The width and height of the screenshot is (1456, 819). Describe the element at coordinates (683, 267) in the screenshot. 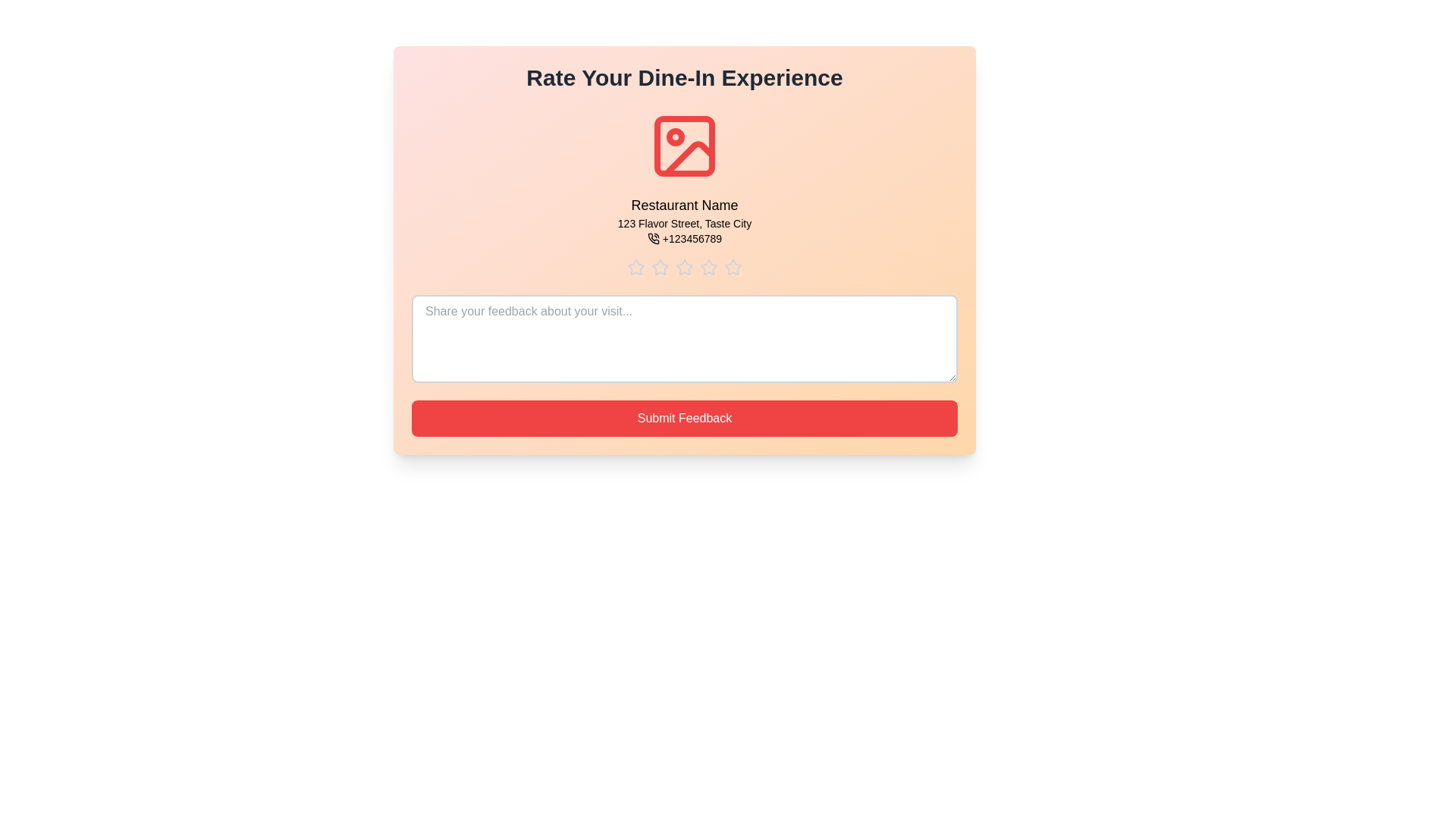

I see `the star corresponding to 3 stars to preview the rating` at that location.